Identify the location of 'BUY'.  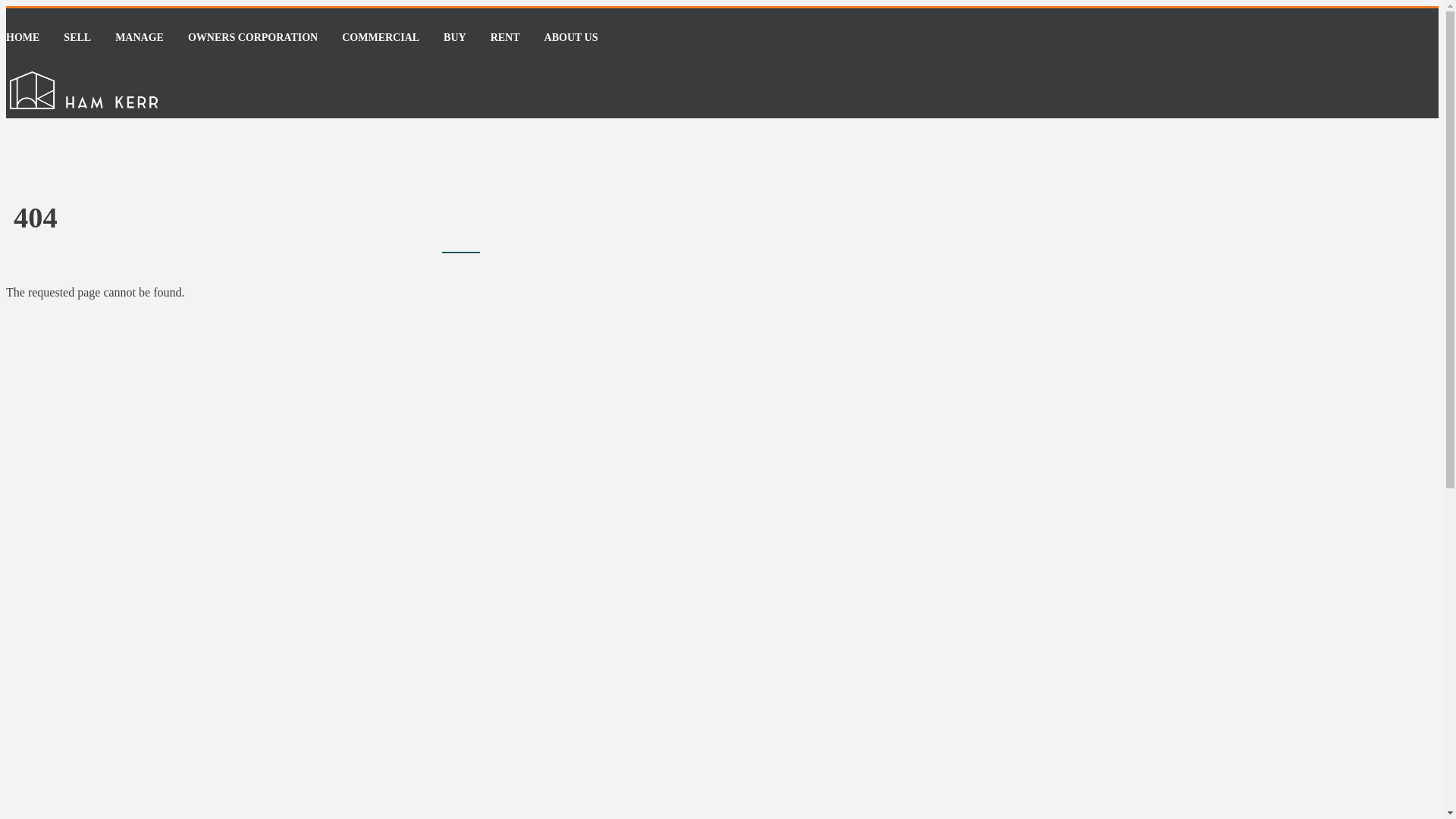
(454, 37).